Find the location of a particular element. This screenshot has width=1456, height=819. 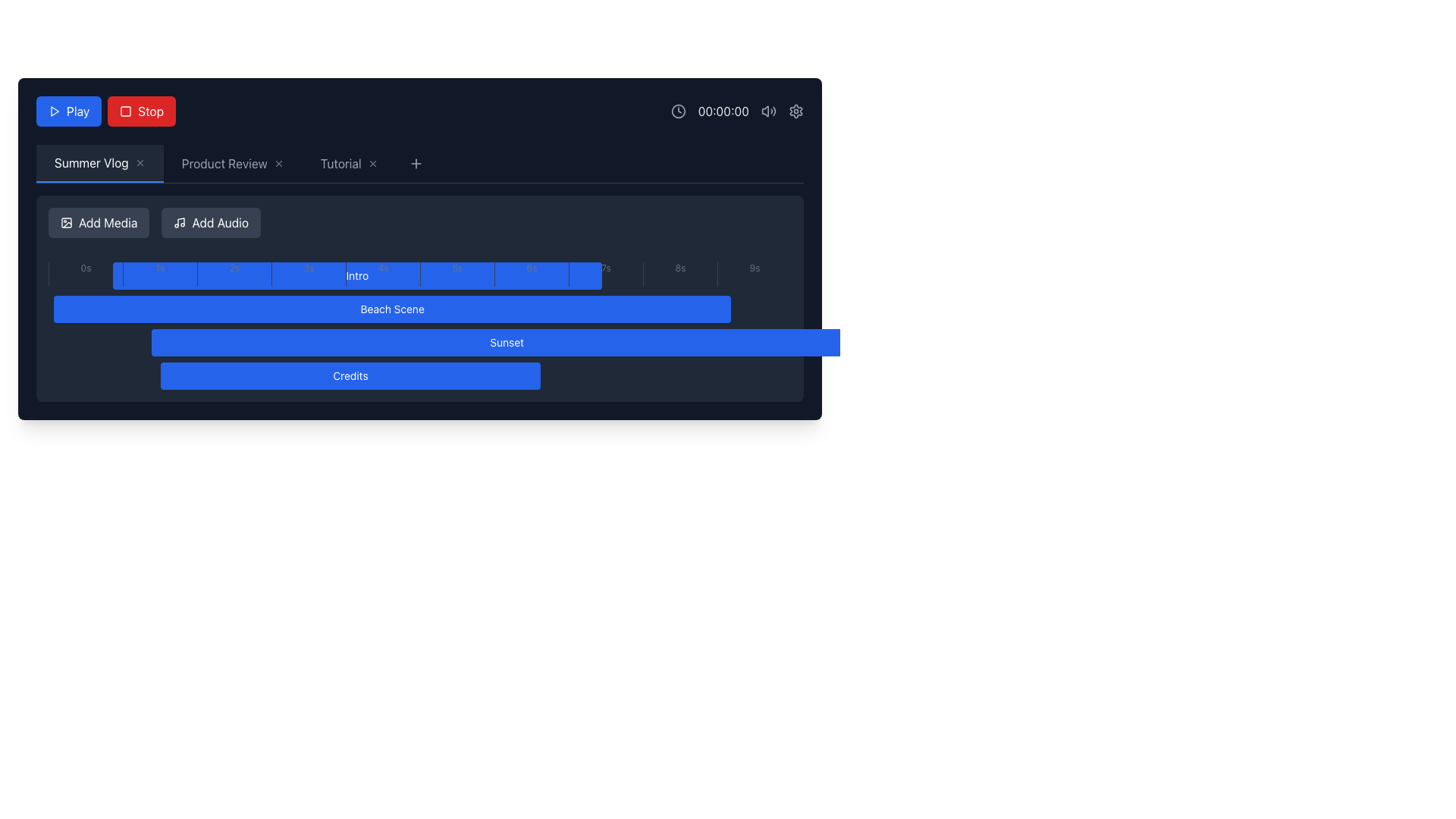

the 'Tutorial' Navigation Tab which is the third tab in the navigation bar, located between 'Product Review' and the '+' add new tab button is located at coordinates (348, 164).